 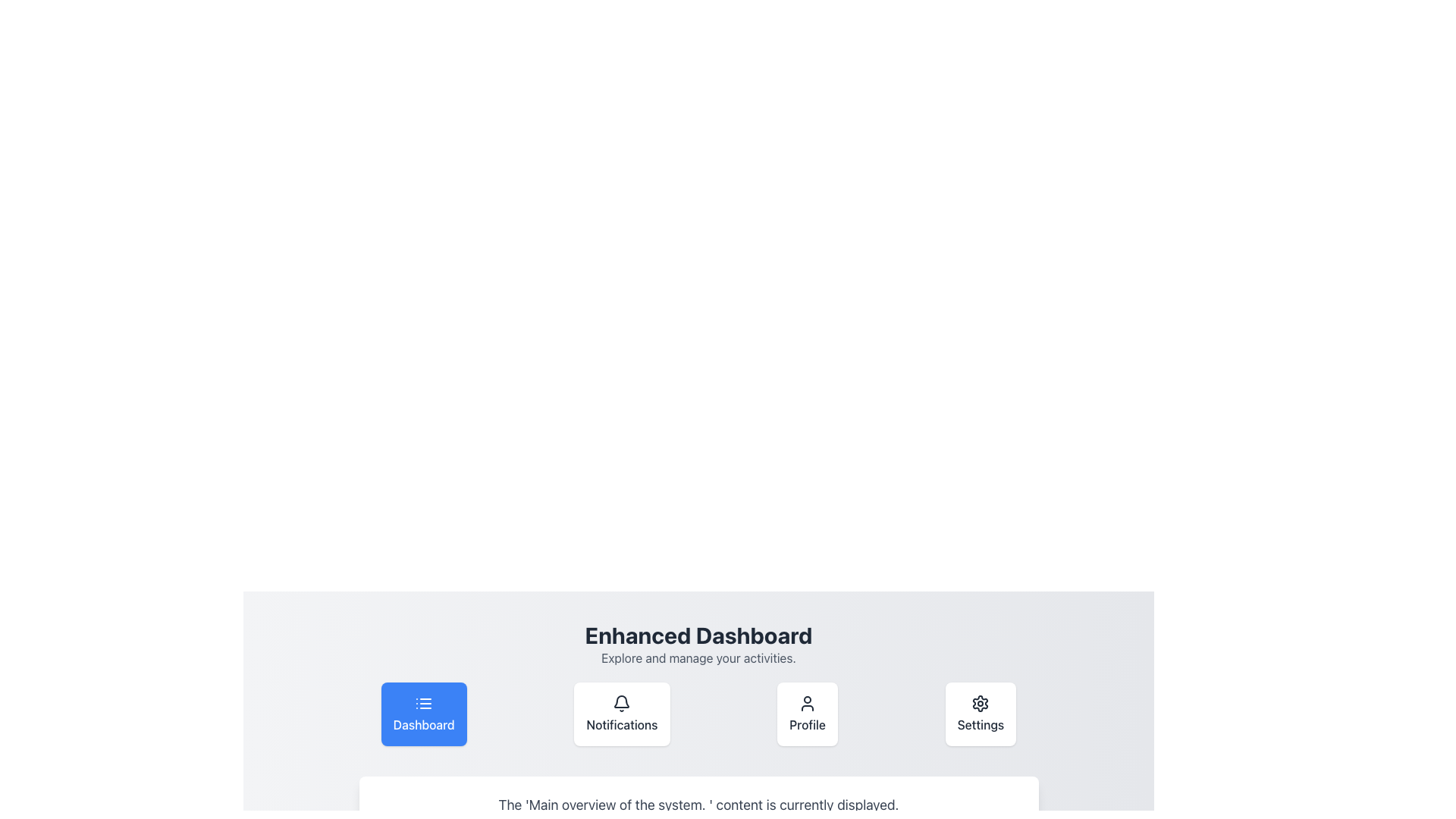 I want to click on the centrally aligned text element that displays the current content or status overview, located beneath the navigation sections (Notifications, Profile, Settings), so click(x=698, y=804).